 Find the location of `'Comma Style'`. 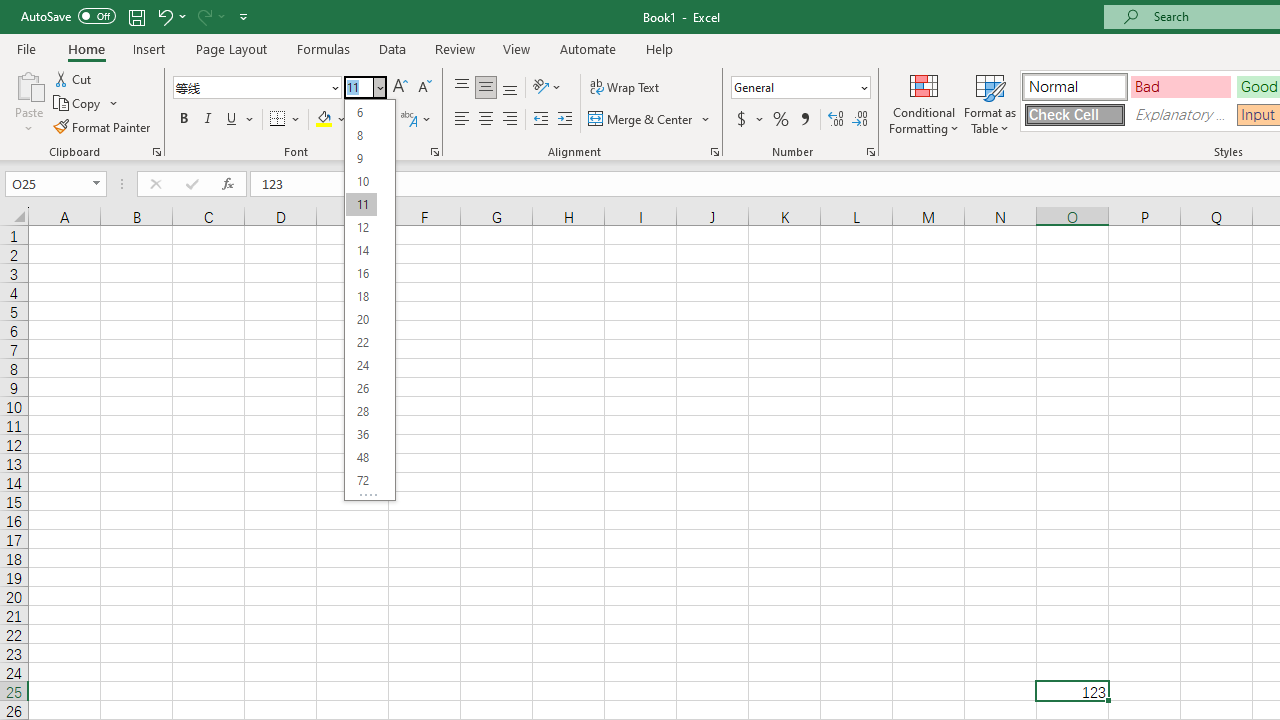

'Comma Style' is located at coordinates (805, 119).